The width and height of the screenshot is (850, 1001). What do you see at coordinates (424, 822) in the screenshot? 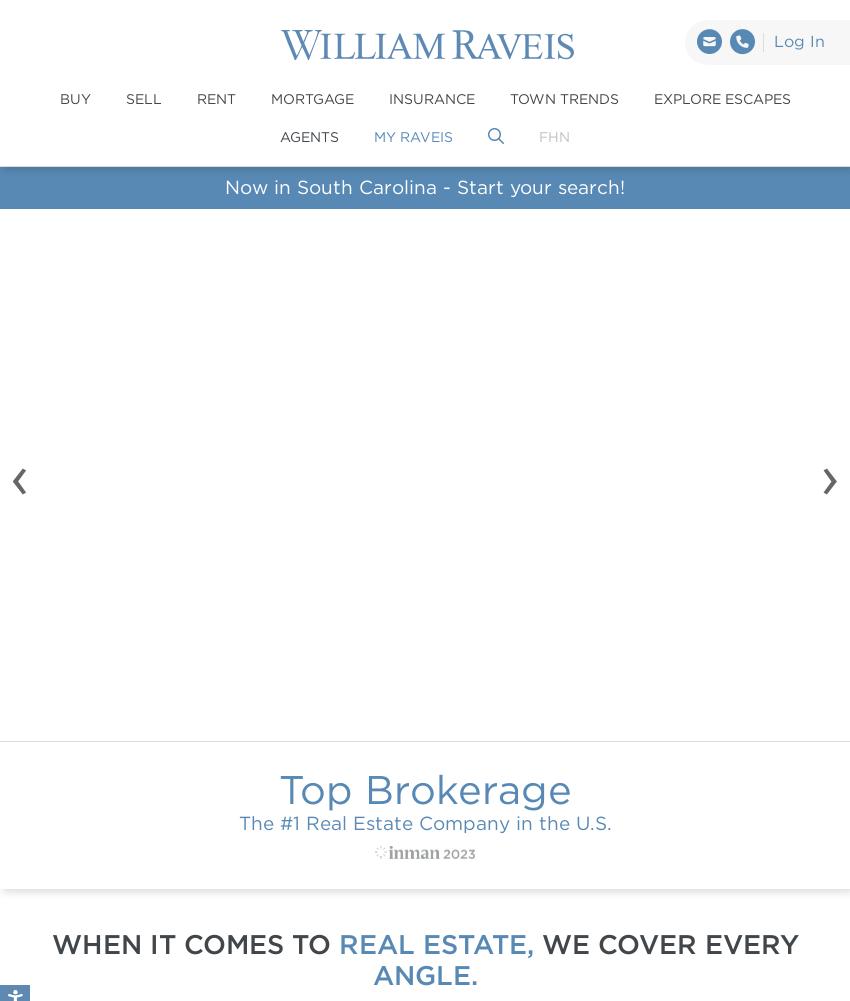
I see `'The #1 Real Estate Company in the U.S.'` at bounding box center [424, 822].